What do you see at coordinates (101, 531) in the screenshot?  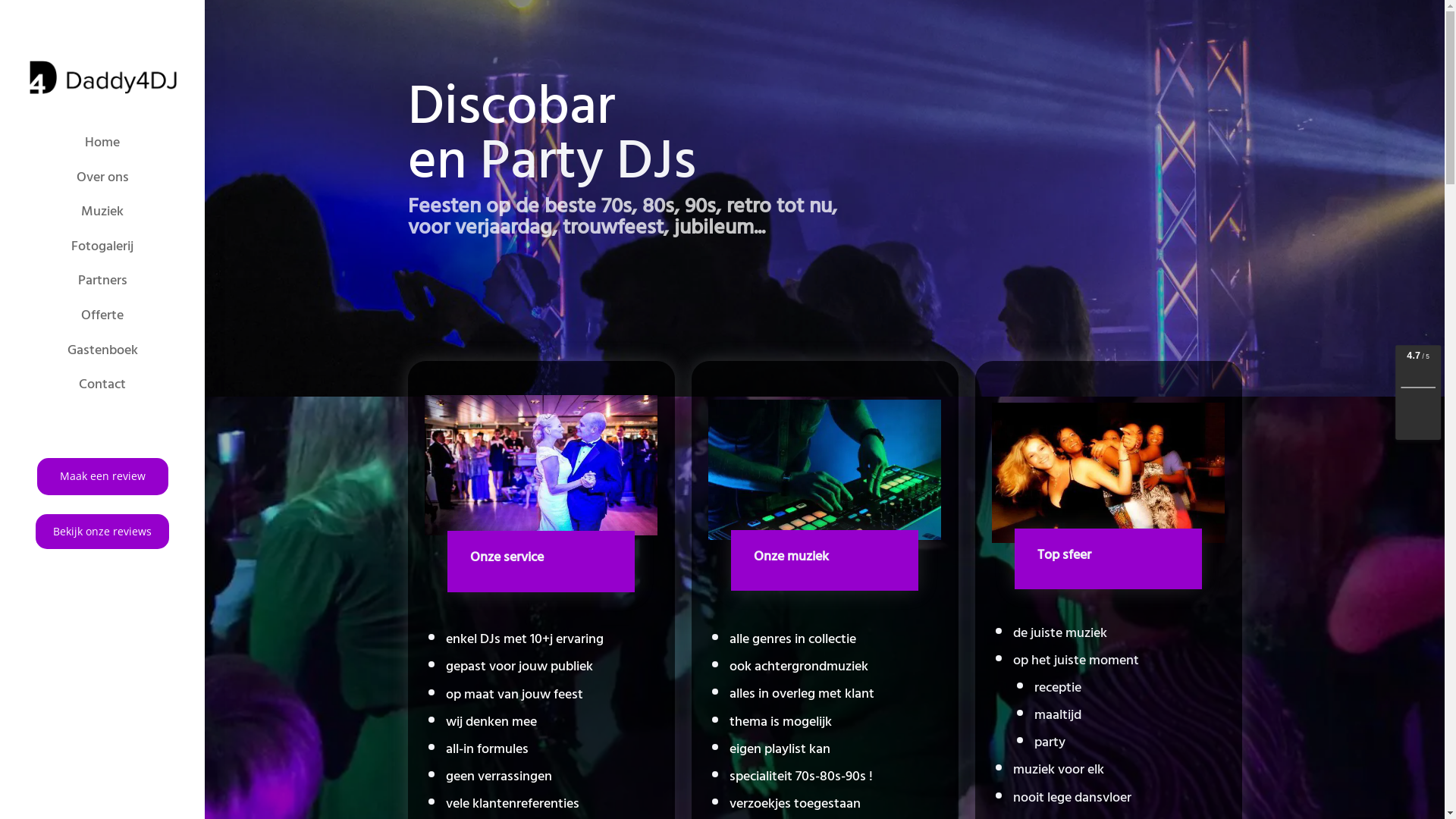 I see `'Bekijk onze reviews'` at bounding box center [101, 531].